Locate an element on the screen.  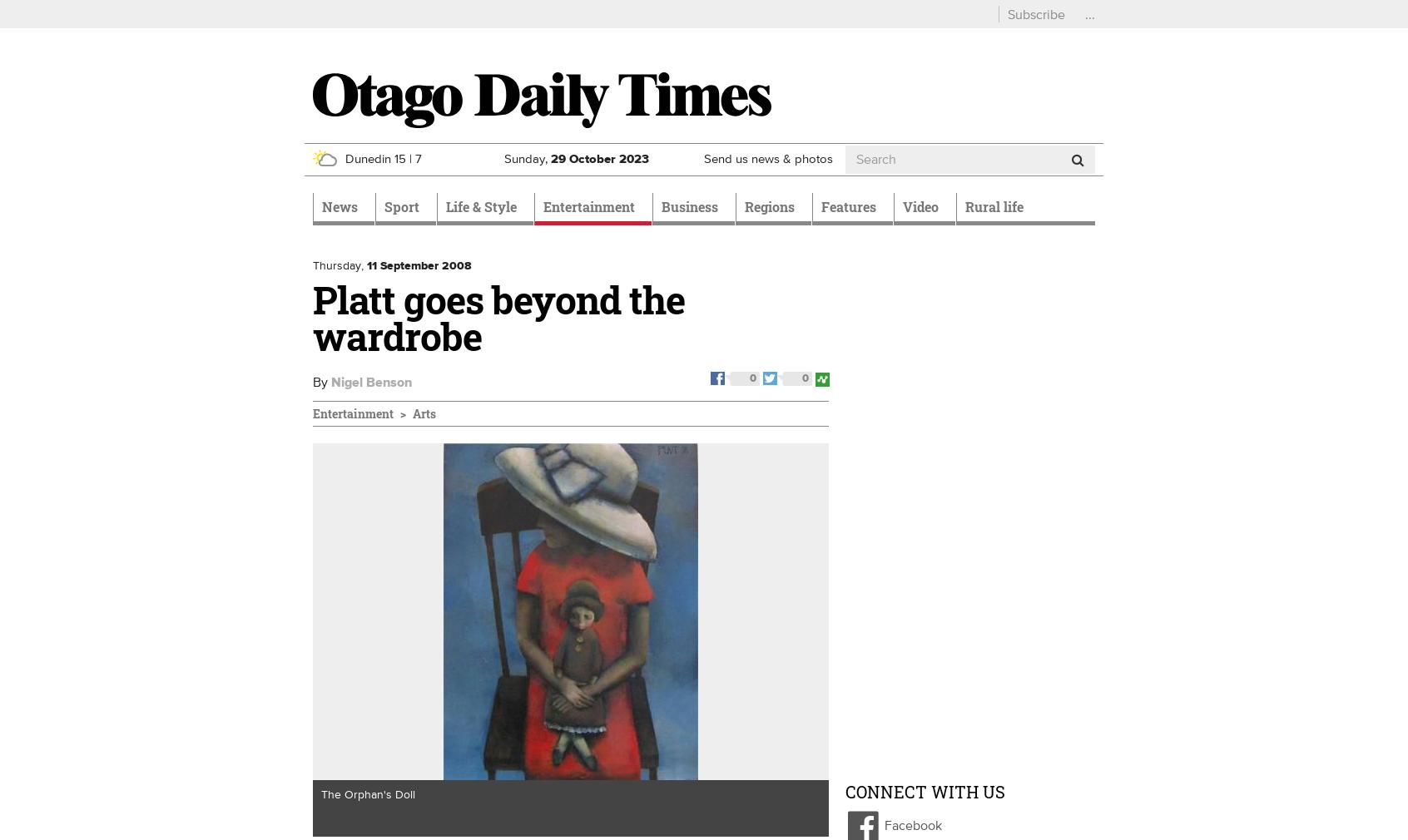
'October' is located at coordinates (591, 157).